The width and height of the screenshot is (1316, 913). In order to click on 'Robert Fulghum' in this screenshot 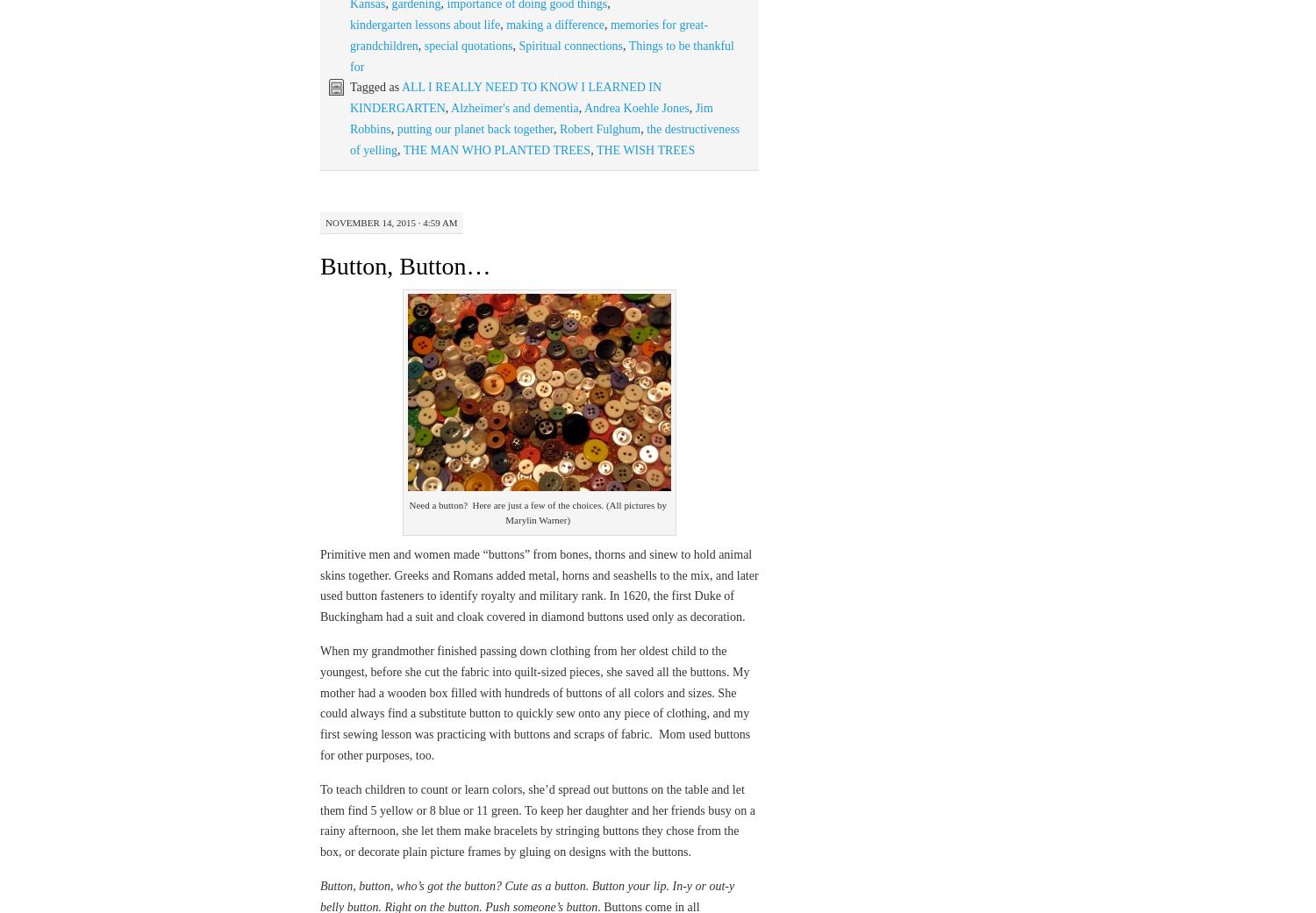, I will do `click(599, 128)`.